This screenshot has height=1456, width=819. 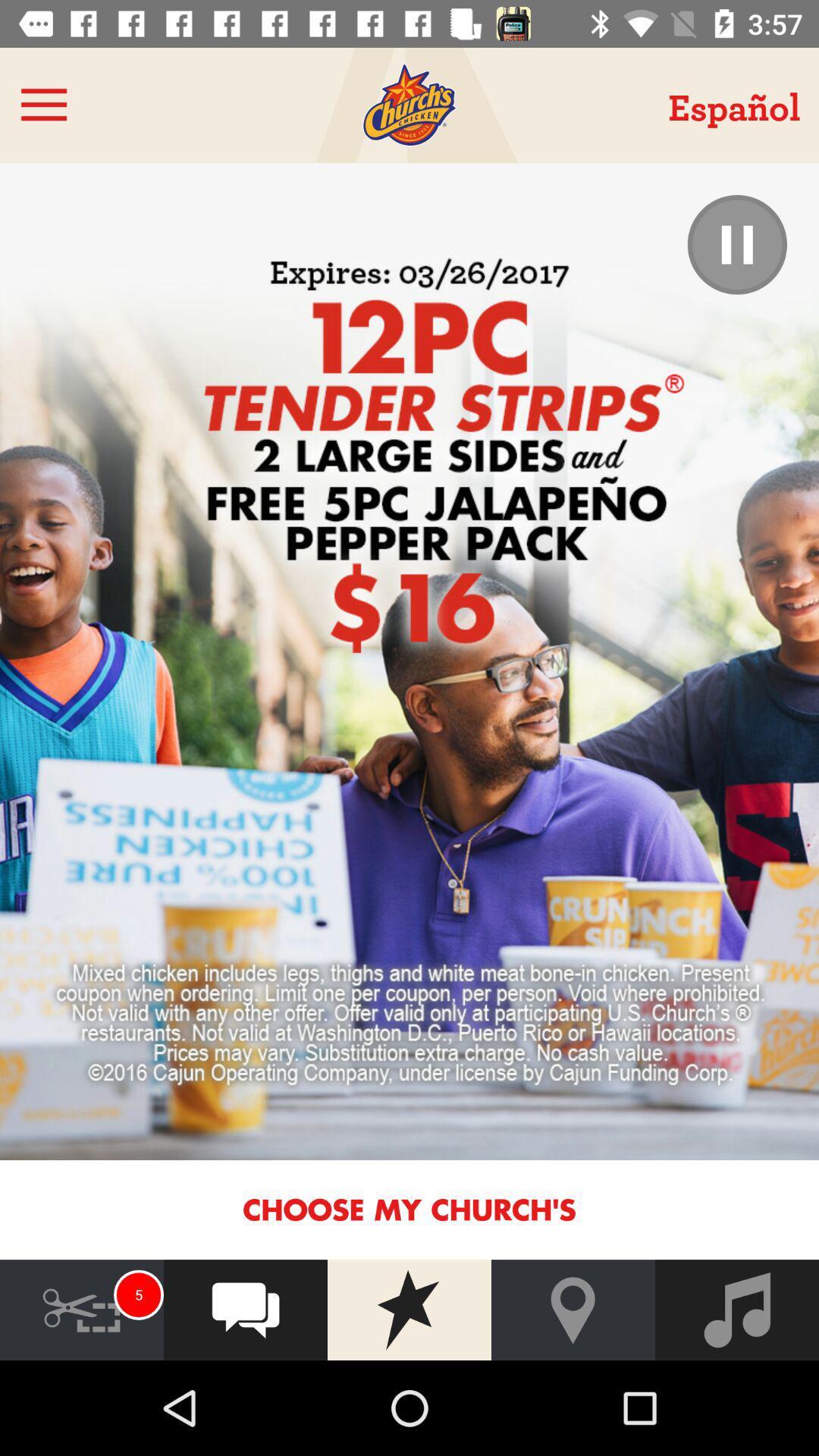 I want to click on the chat icon, so click(x=245, y=1309).